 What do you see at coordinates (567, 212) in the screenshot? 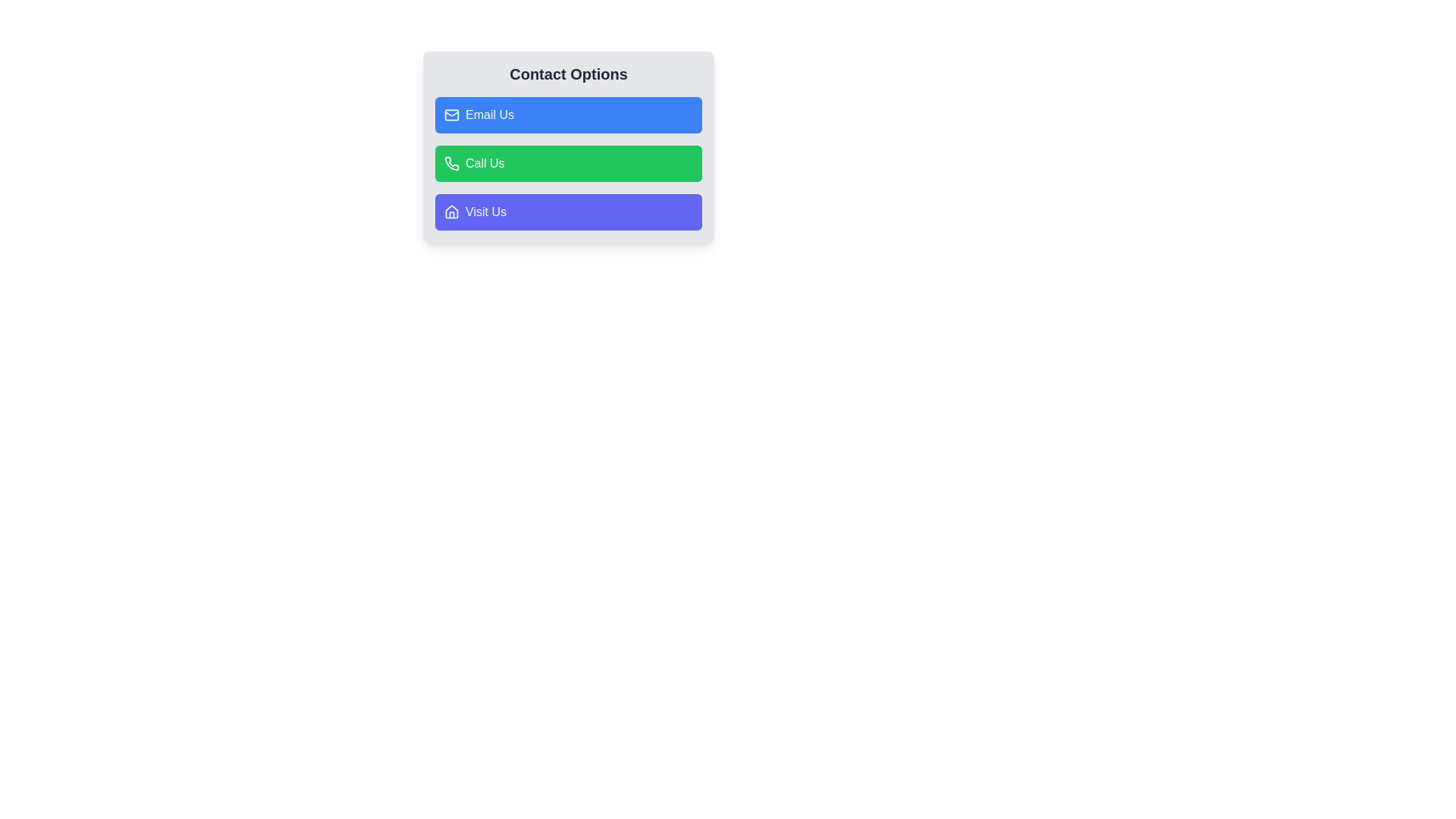
I see `the 'Visit Us' button, which is the last button in the 'Contact Options' section, to change its background color` at bounding box center [567, 212].